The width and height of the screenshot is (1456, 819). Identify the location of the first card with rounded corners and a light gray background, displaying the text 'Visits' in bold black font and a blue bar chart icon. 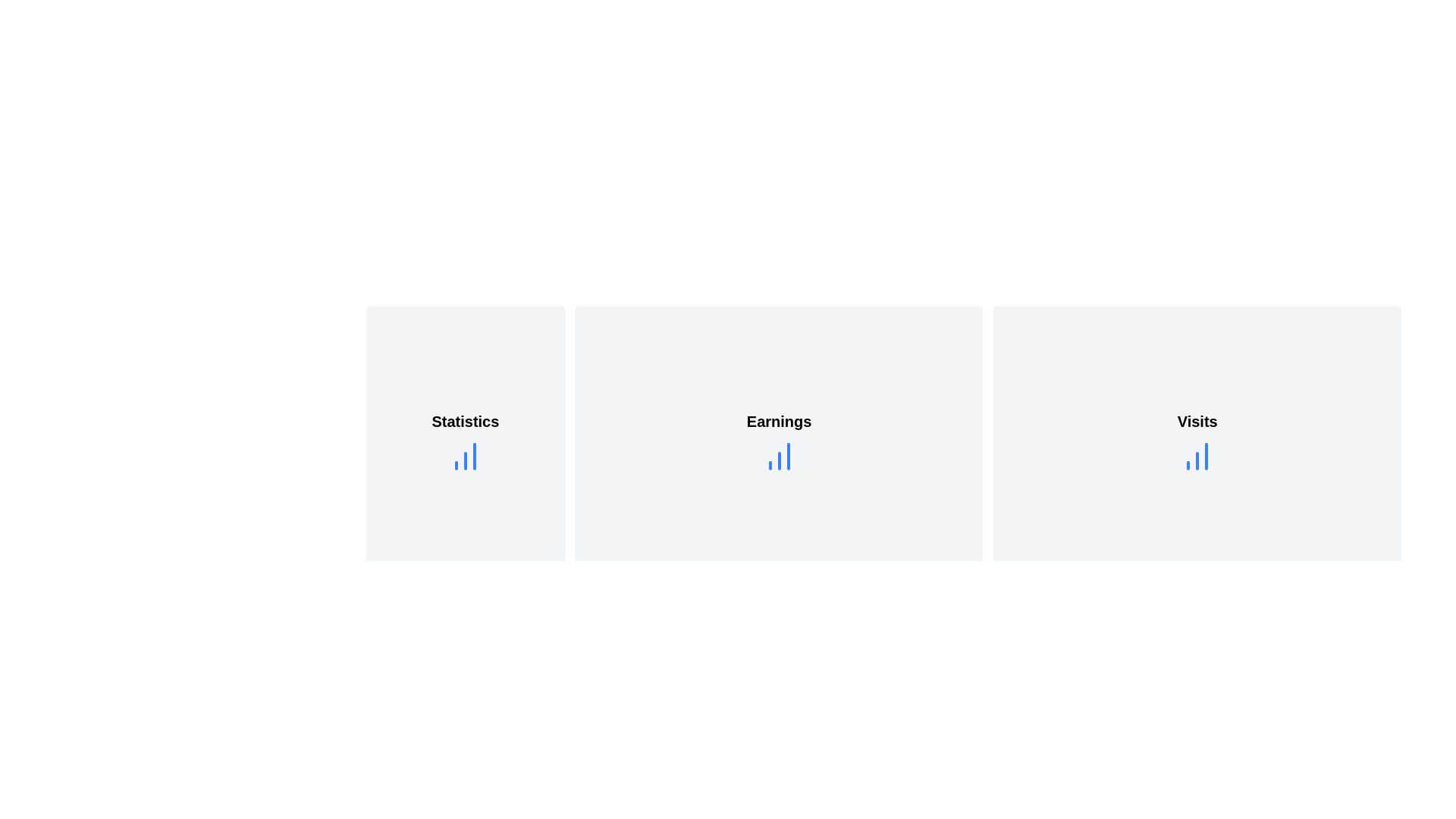
(1197, 442).